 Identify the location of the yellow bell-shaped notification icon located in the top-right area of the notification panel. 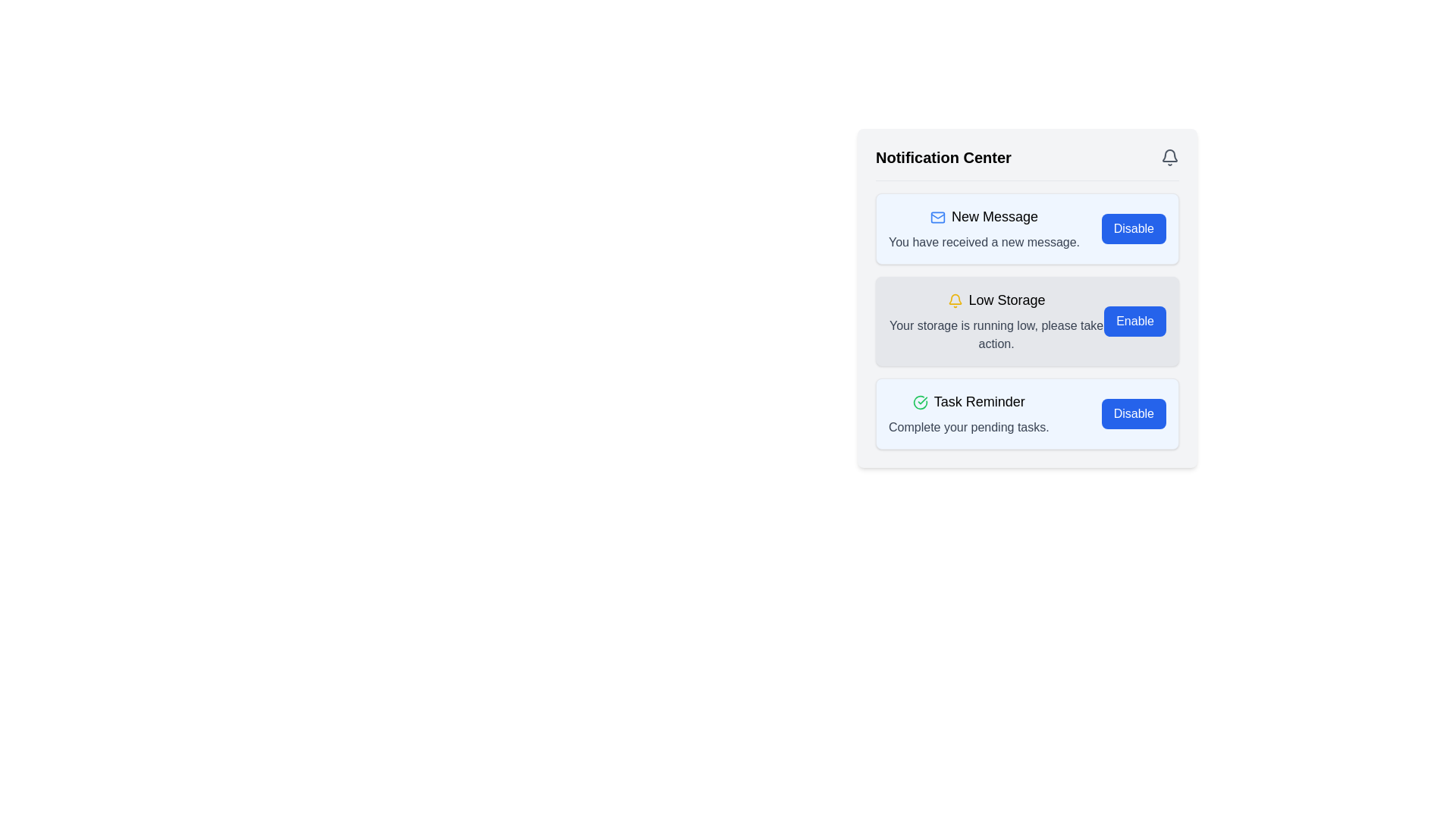
(954, 300).